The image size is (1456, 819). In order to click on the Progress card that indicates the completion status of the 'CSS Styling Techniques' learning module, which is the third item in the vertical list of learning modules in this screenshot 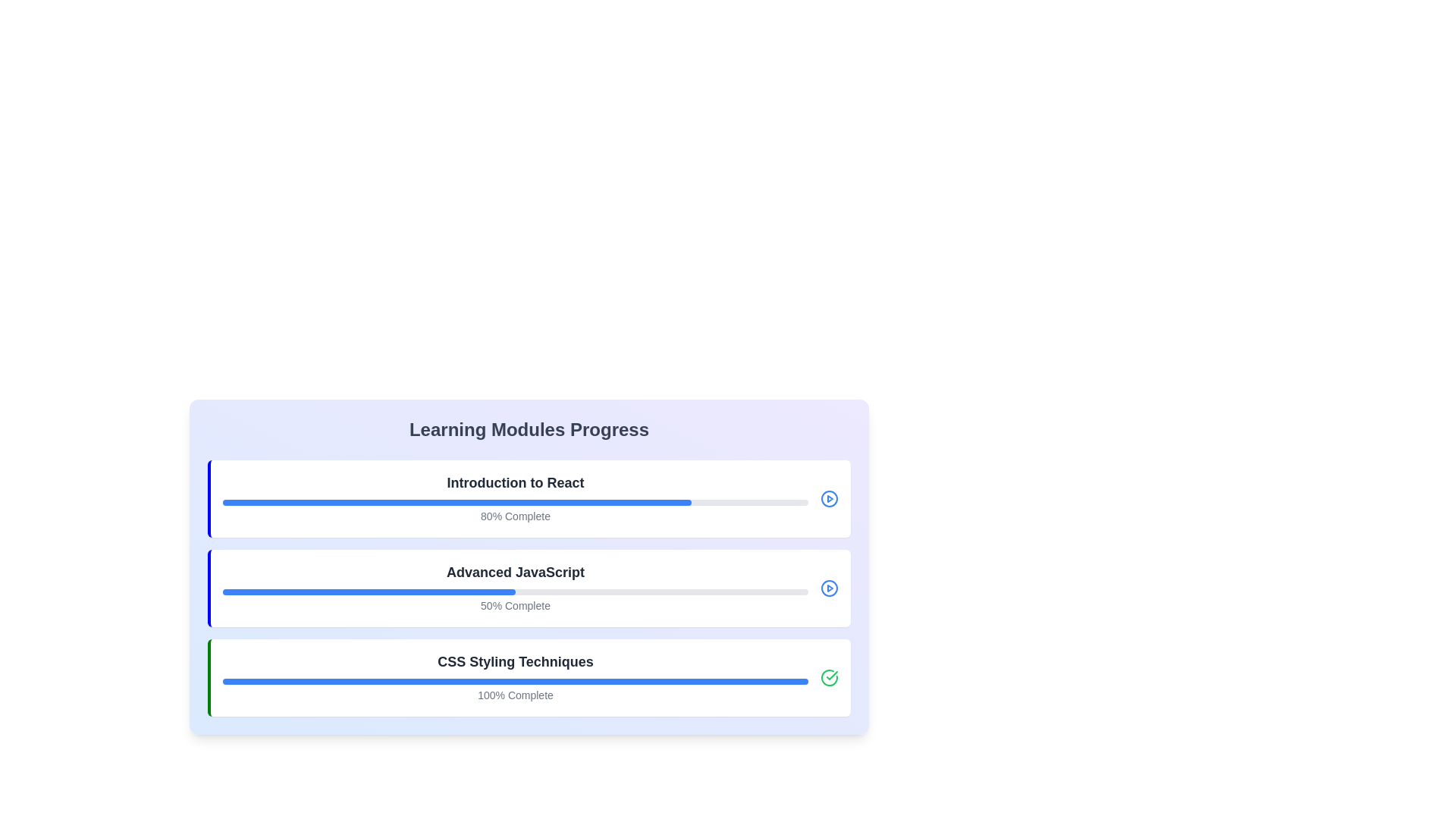, I will do `click(529, 677)`.